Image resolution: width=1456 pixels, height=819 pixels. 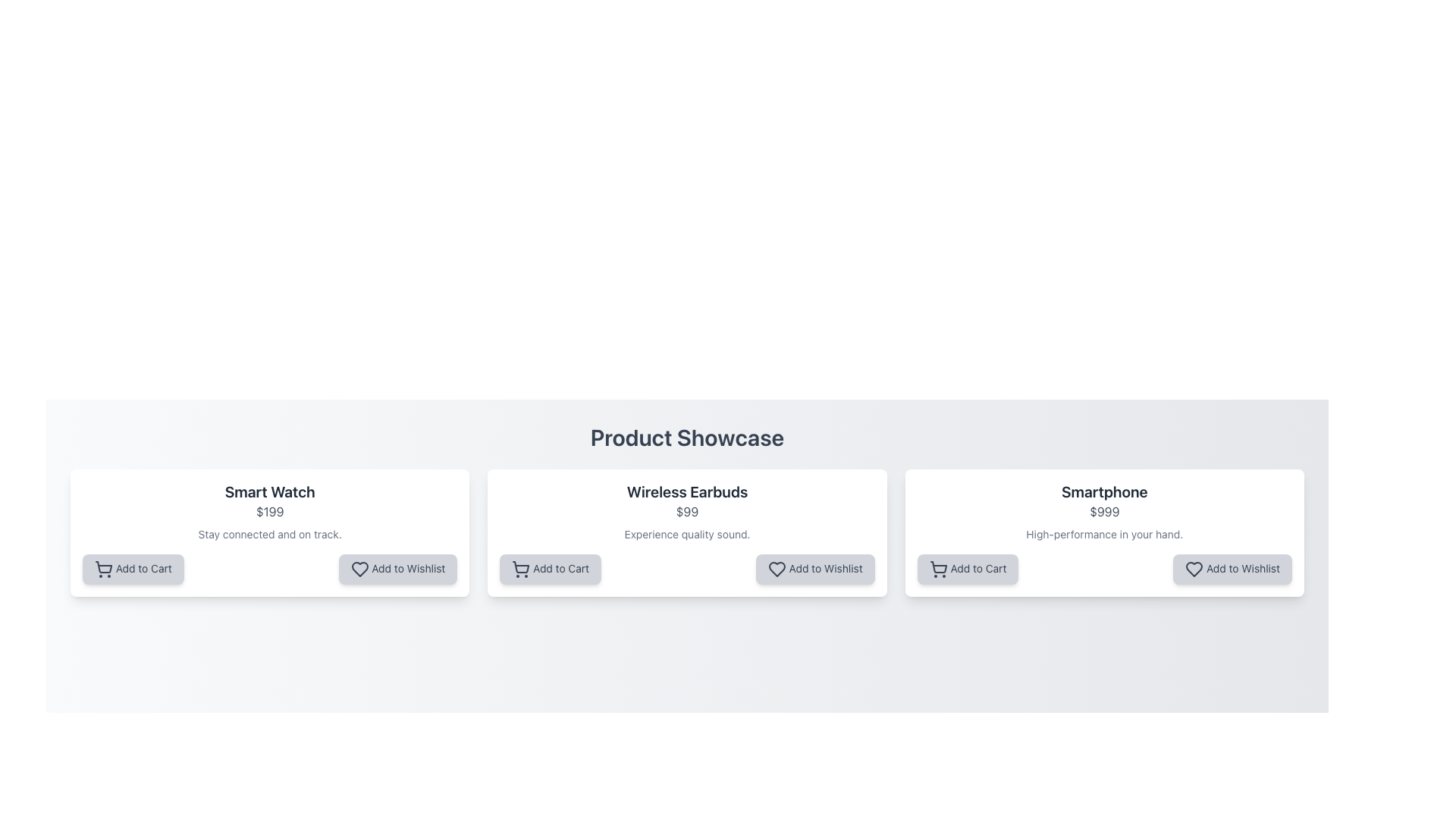 What do you see at coordinates (814, 570) in the screenshot?
I see `the rectangular button labeled 'Add to Wishlist' featuring a heart icon to observe the hover effect` at bounding box center [814, 570].